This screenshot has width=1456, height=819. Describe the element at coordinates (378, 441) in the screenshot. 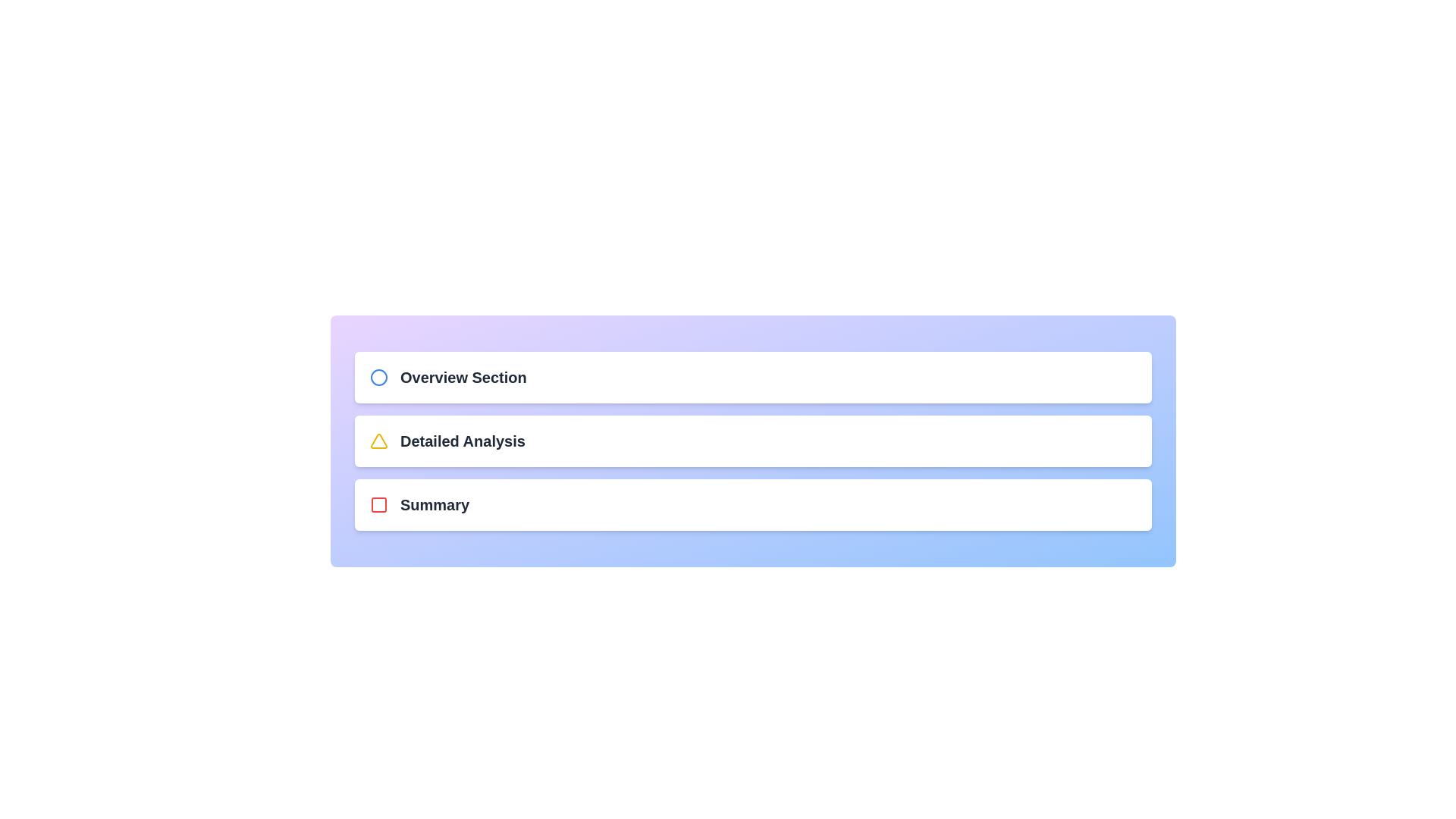

I see `the SVG triangle icon that indicates the 'Detailed Analysis' option, which is positioned to the left of the text label 'Detailed Analysis'` at that location.